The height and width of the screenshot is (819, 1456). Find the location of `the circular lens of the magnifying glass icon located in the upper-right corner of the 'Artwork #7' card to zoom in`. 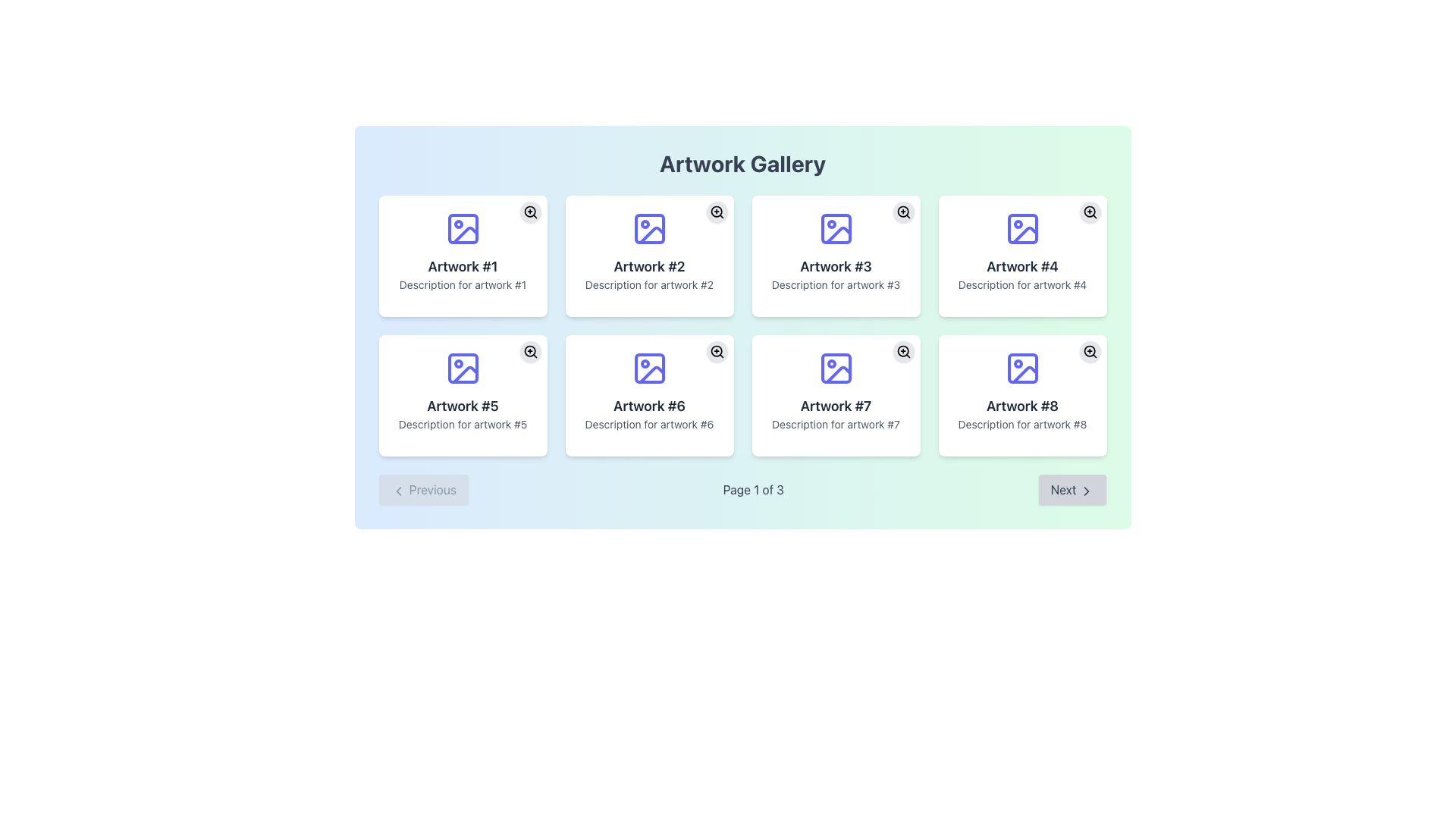

the circular lens of the magnifying glass icon located in the upper-right corner of the 'Artwork #7' card to zoom in is located at coordinates (902, 350).